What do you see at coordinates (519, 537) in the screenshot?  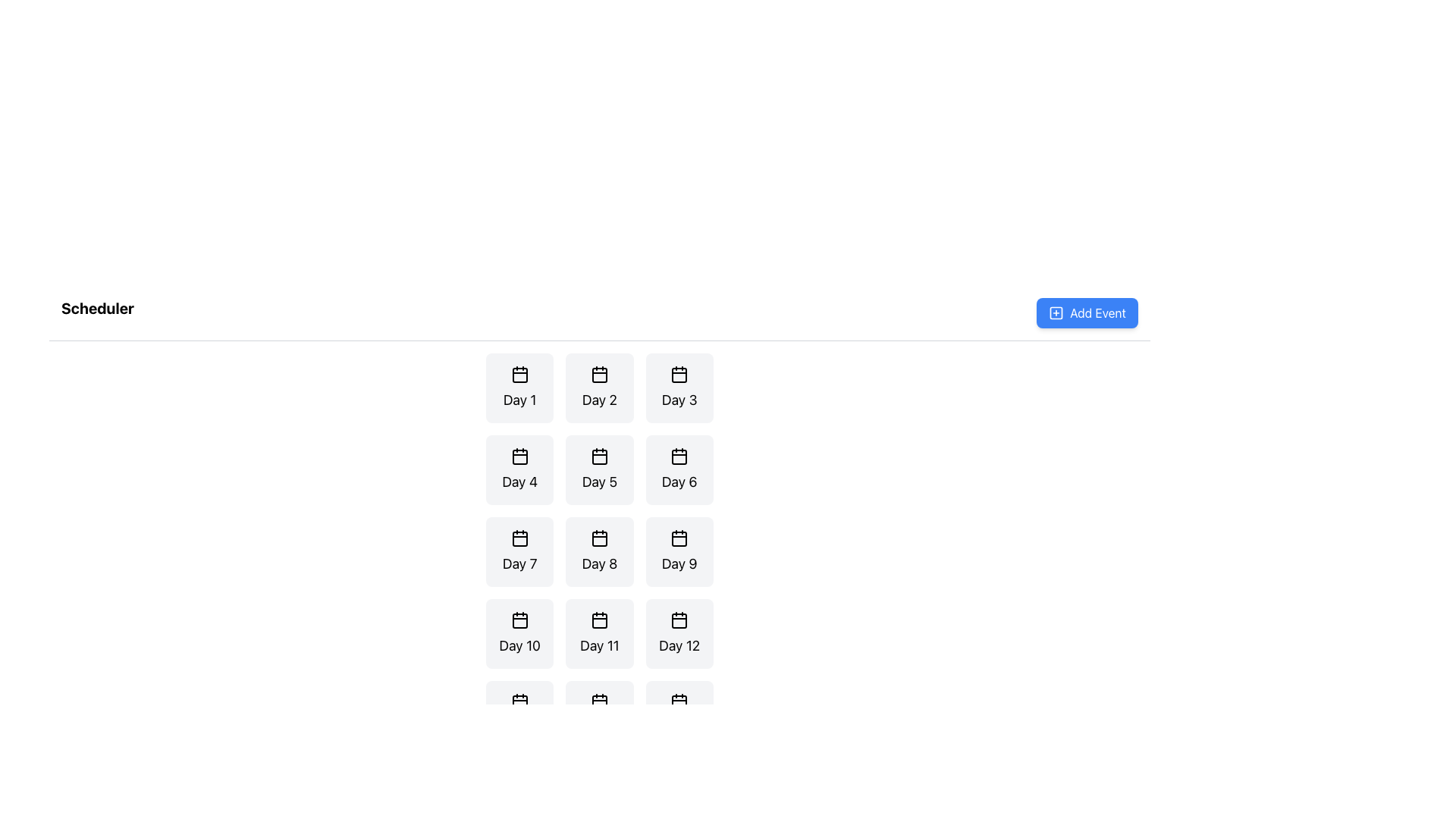 I see `the minimalist black calendar icon located at the top of the 'Day 7' card to interact with it` at bounding box center [519, 537].